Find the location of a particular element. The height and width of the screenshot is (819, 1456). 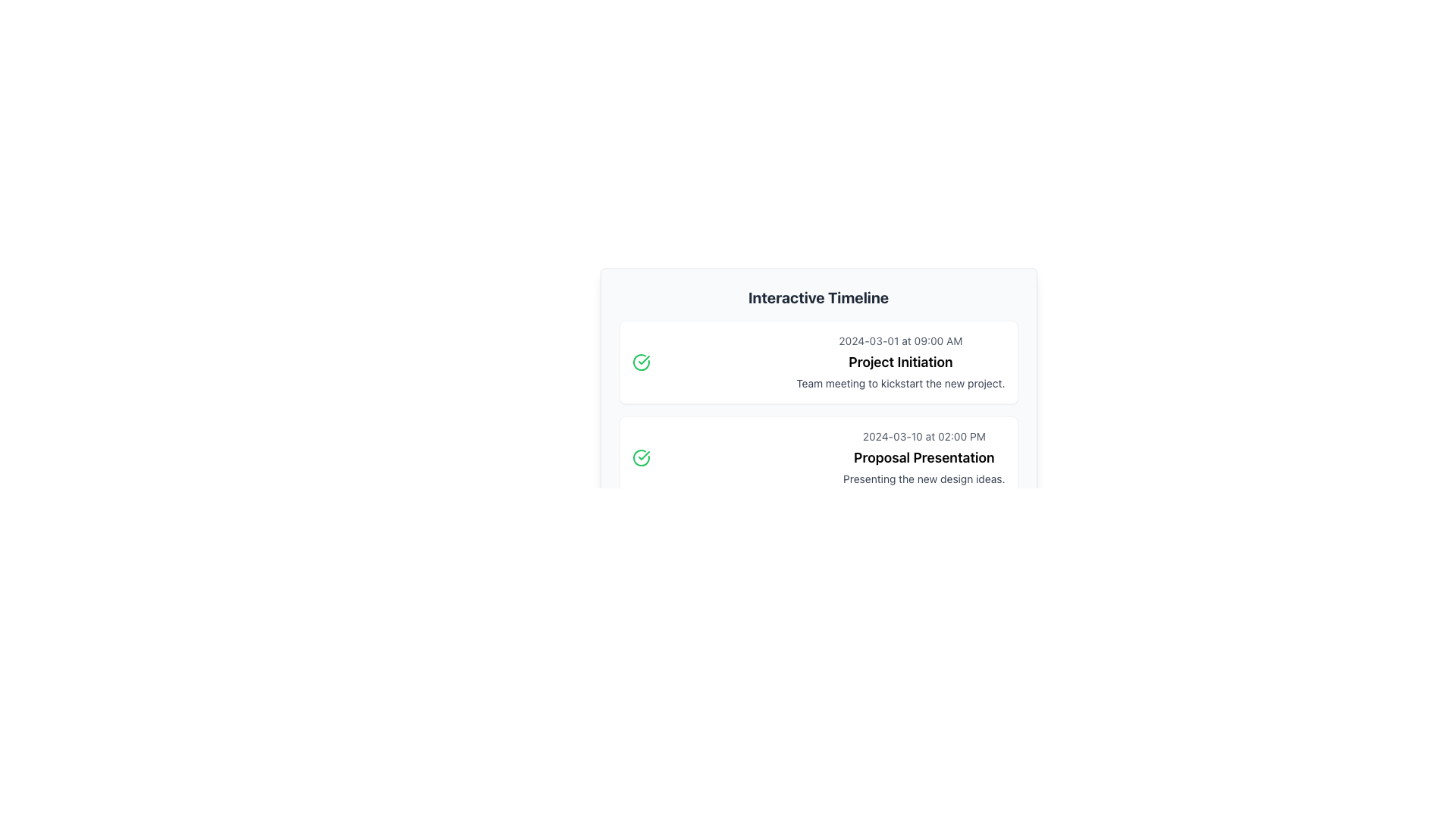

the Text display block that shows details about a scheduled event, located below 'Project Initiation' is located at coordinates (923, 457).